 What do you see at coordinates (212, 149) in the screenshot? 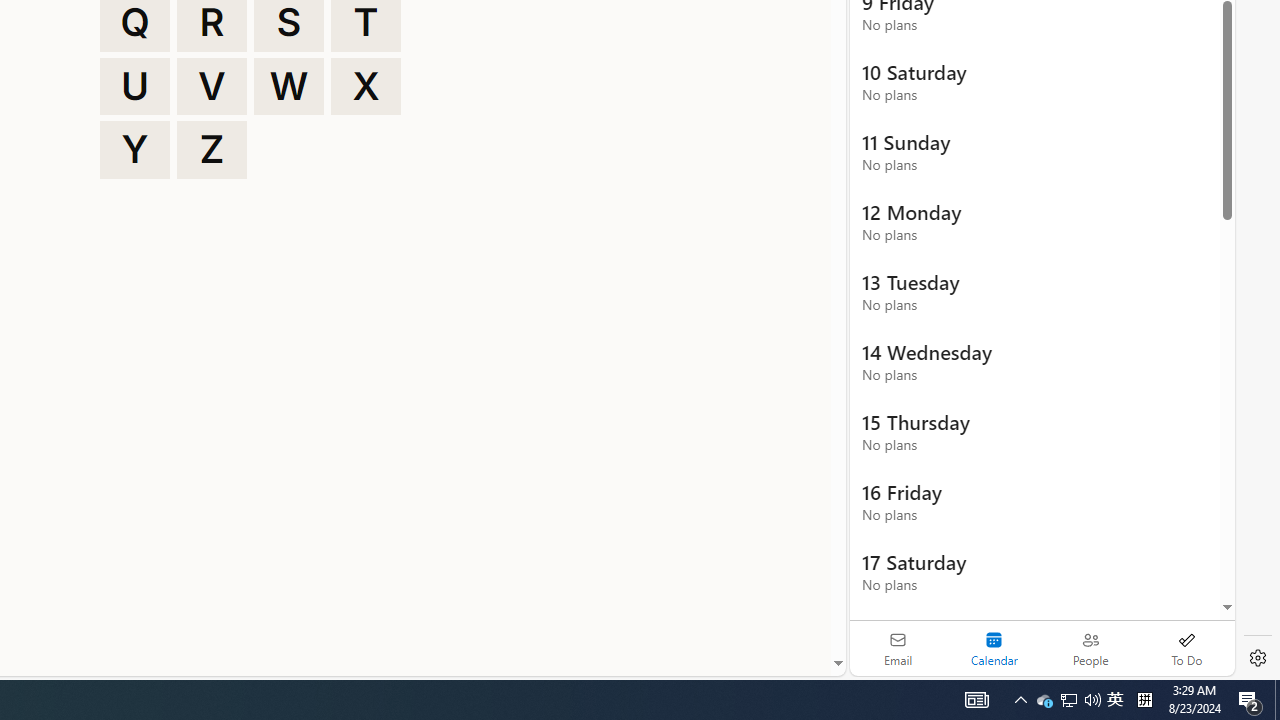
I see `'Z'` at bounding box center [212, 149].